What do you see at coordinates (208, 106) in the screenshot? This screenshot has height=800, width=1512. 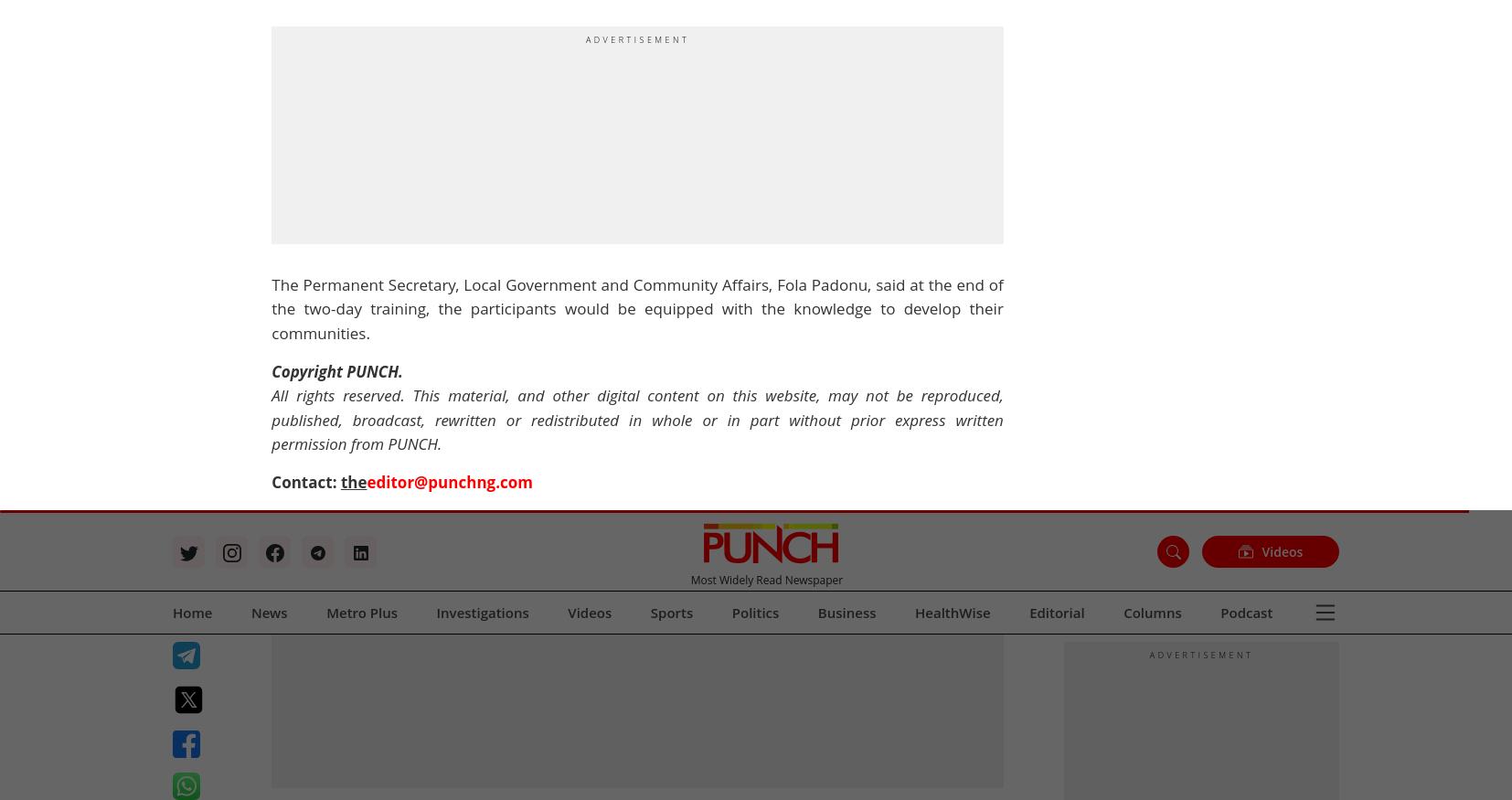 I see `'Business & Economy'` at bounding box center [208, 106].